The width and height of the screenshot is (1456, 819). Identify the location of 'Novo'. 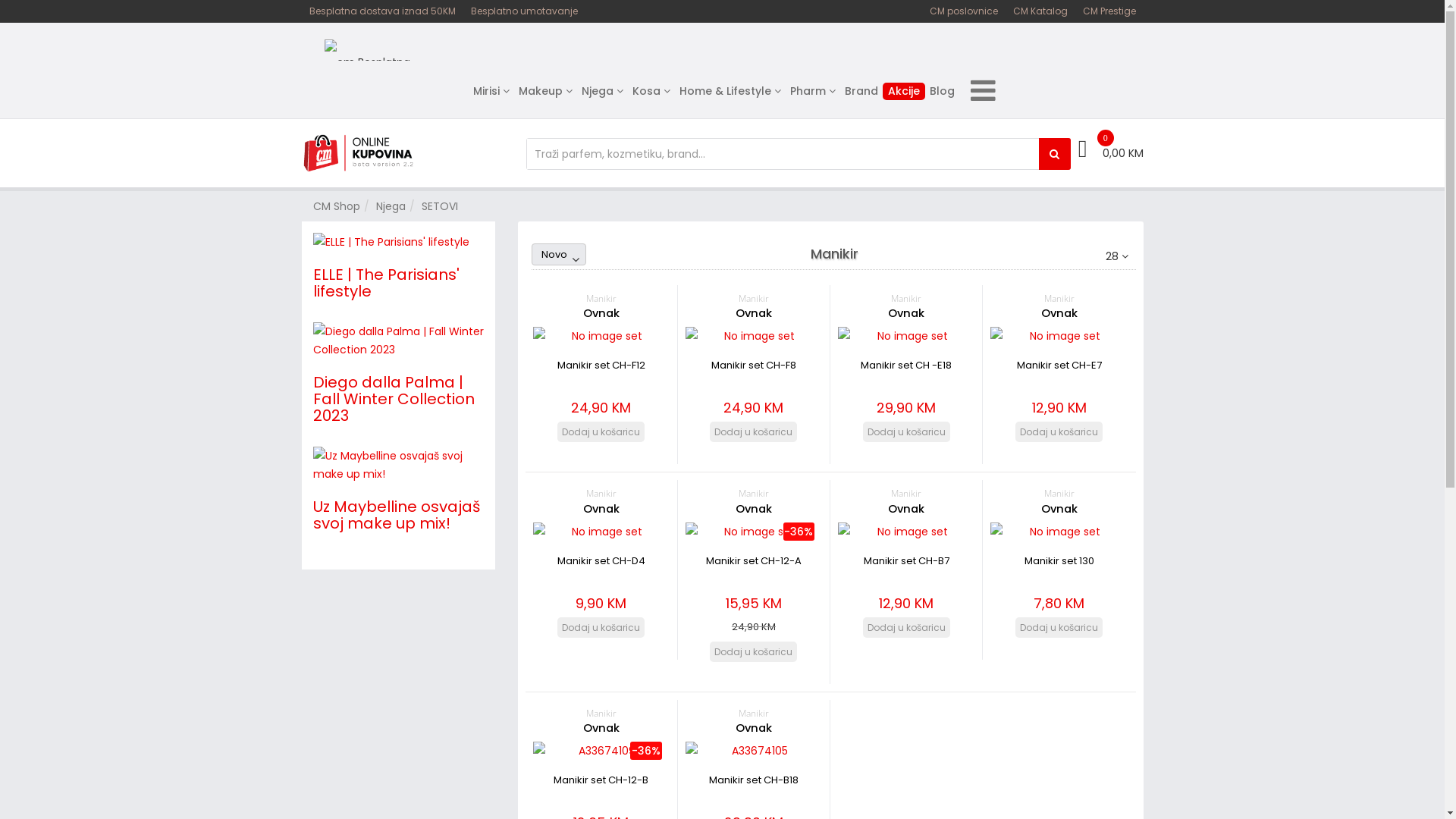
(553, 253).